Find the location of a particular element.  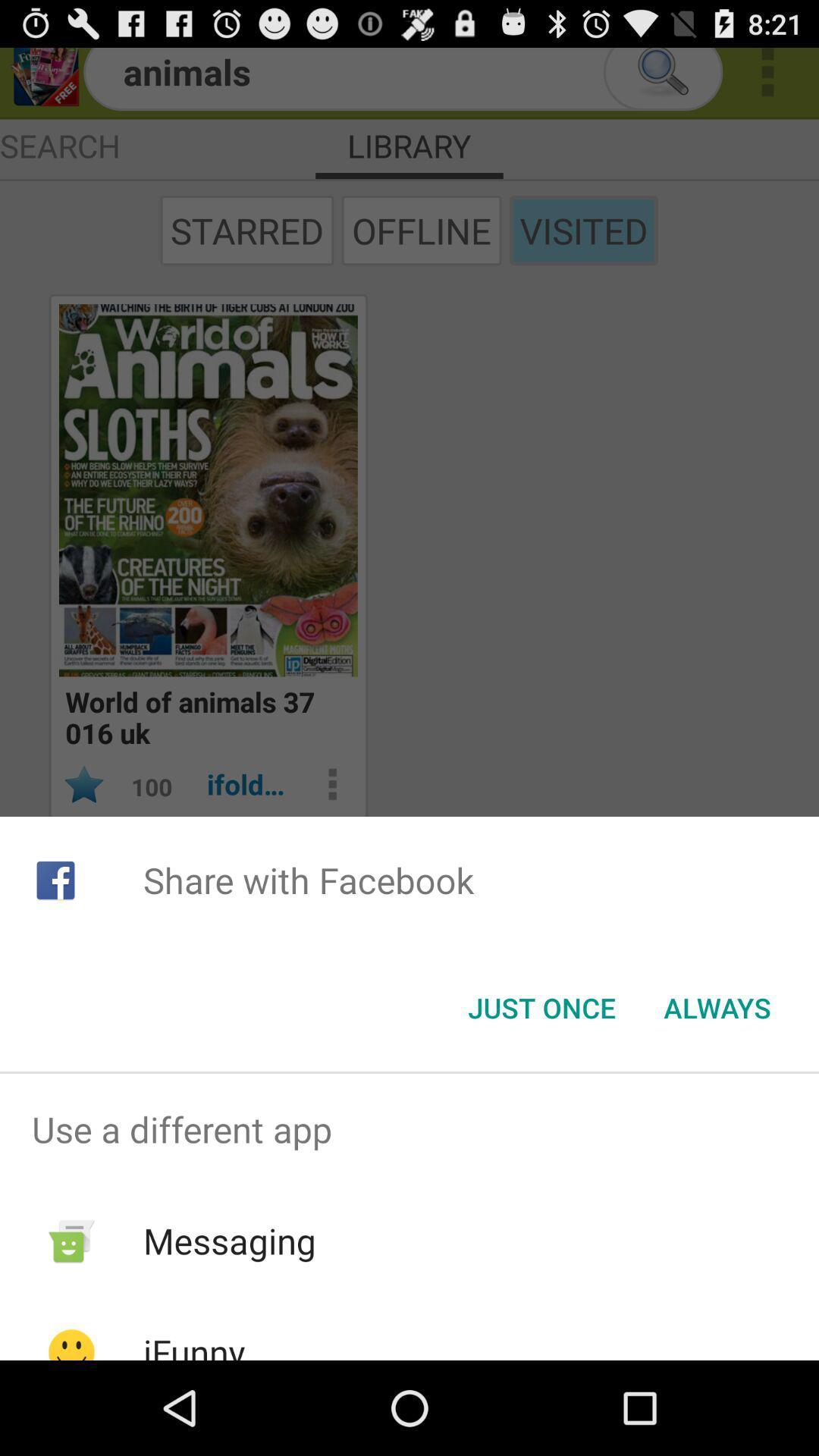

item above ifunny app is located at coordinates (230, 1241).